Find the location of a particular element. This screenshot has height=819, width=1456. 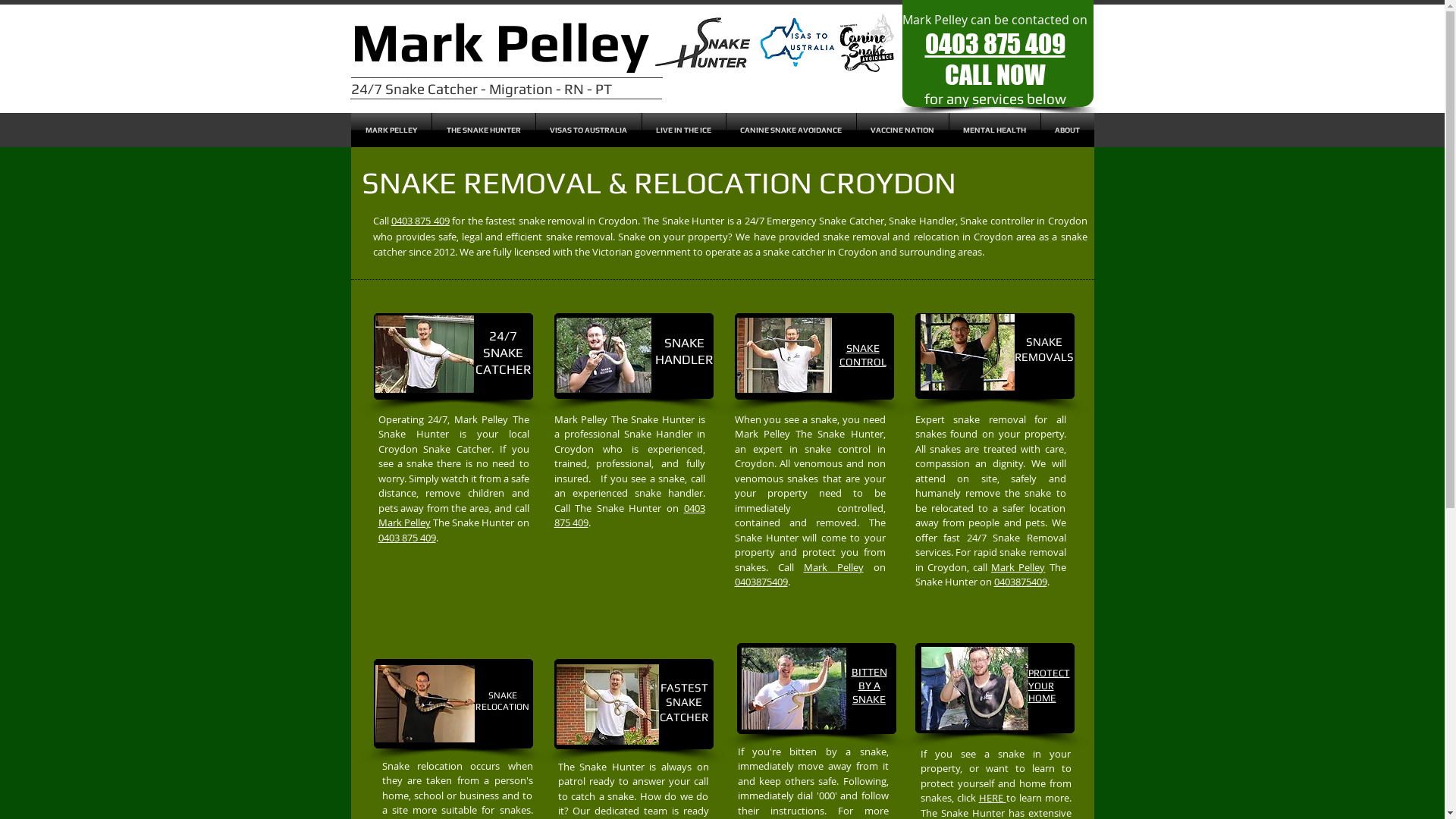

'VISAS TO AUSTRALIA' is located at coordinates (587, 129).